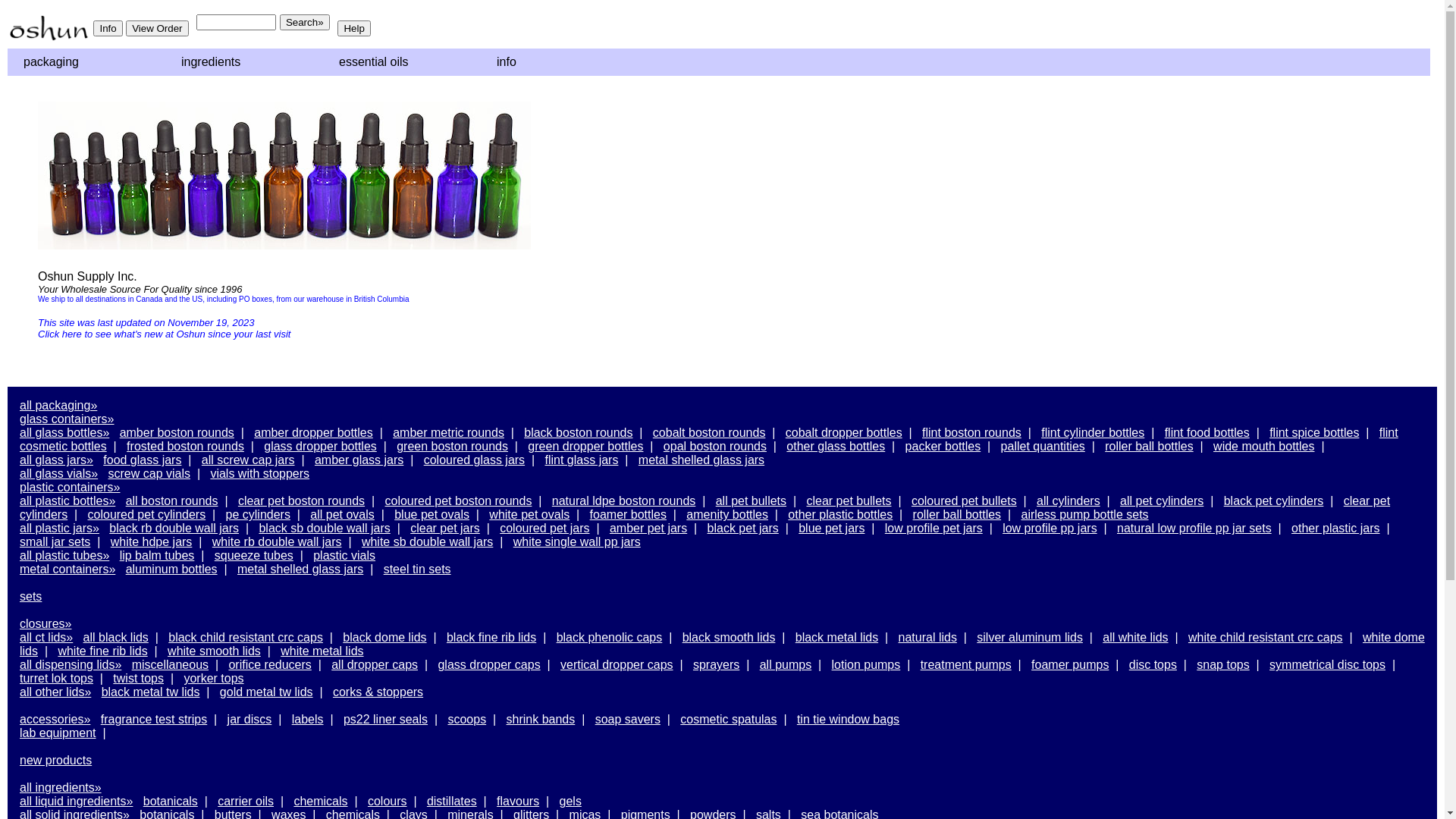 The image size is (1456, 819). I want to click on 'flint food bottles', so click(1207, 432).